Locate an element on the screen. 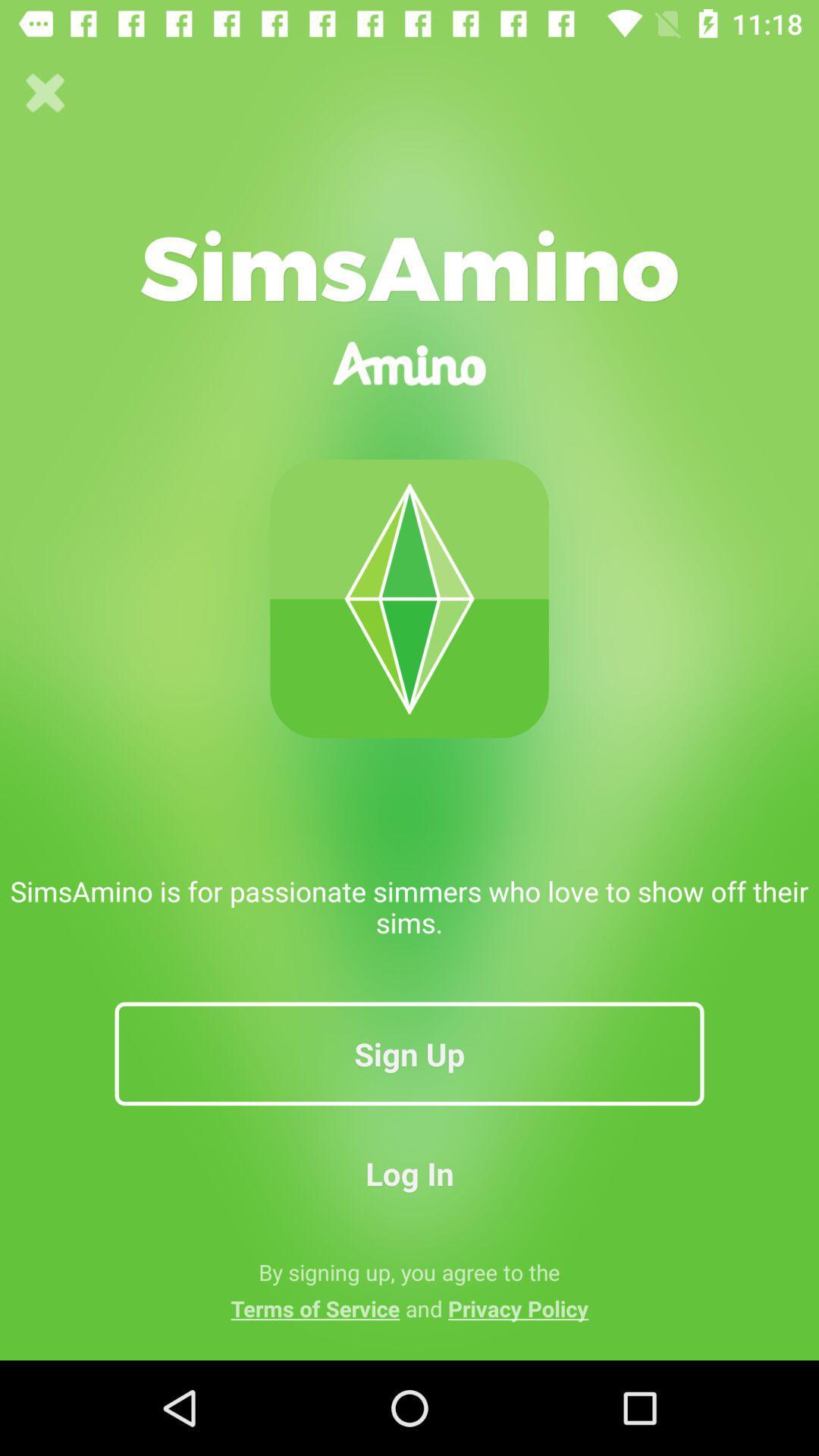 This screenshot has width=819, height=1456. the app below the by signing up icon is located at coordinates (409, 1307).